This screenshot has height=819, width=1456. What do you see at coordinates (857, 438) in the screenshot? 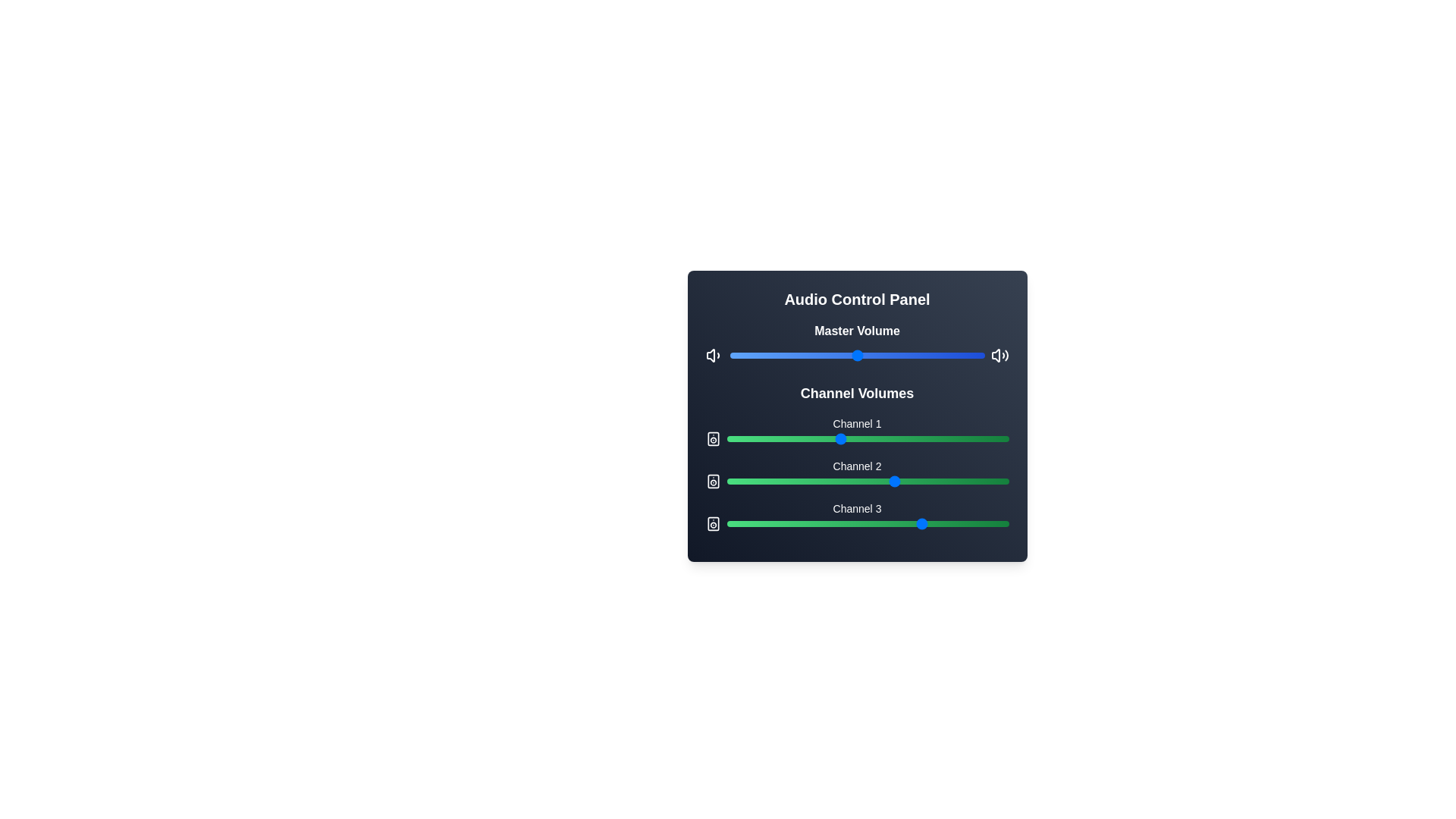
I see `the horizontal range slider under the 'Channel 1' label to check its current value` at bounding box center [857, 438].